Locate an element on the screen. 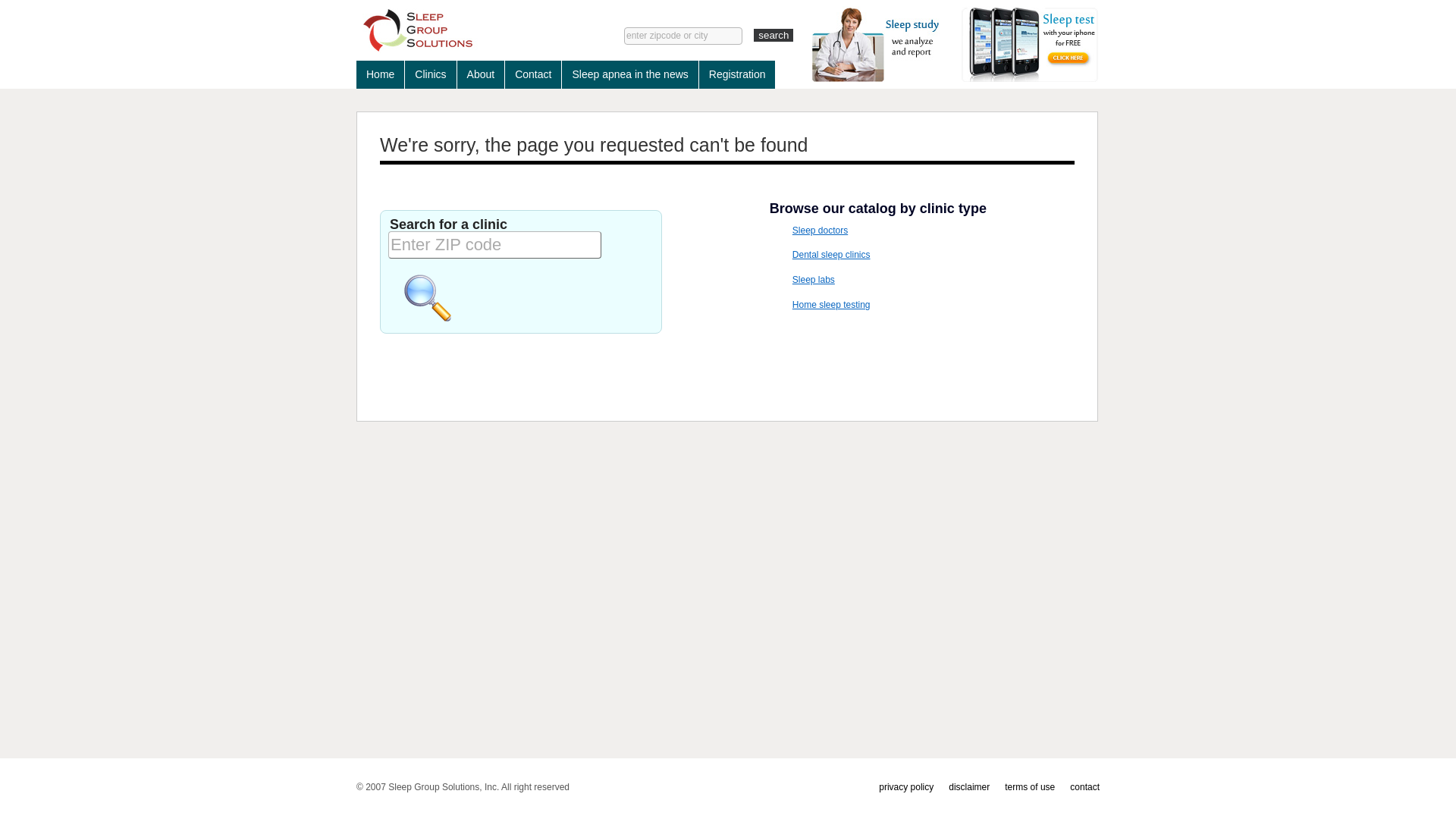 The image size is (1456, 819). 'Registration' is located at coordinates (737, 74).